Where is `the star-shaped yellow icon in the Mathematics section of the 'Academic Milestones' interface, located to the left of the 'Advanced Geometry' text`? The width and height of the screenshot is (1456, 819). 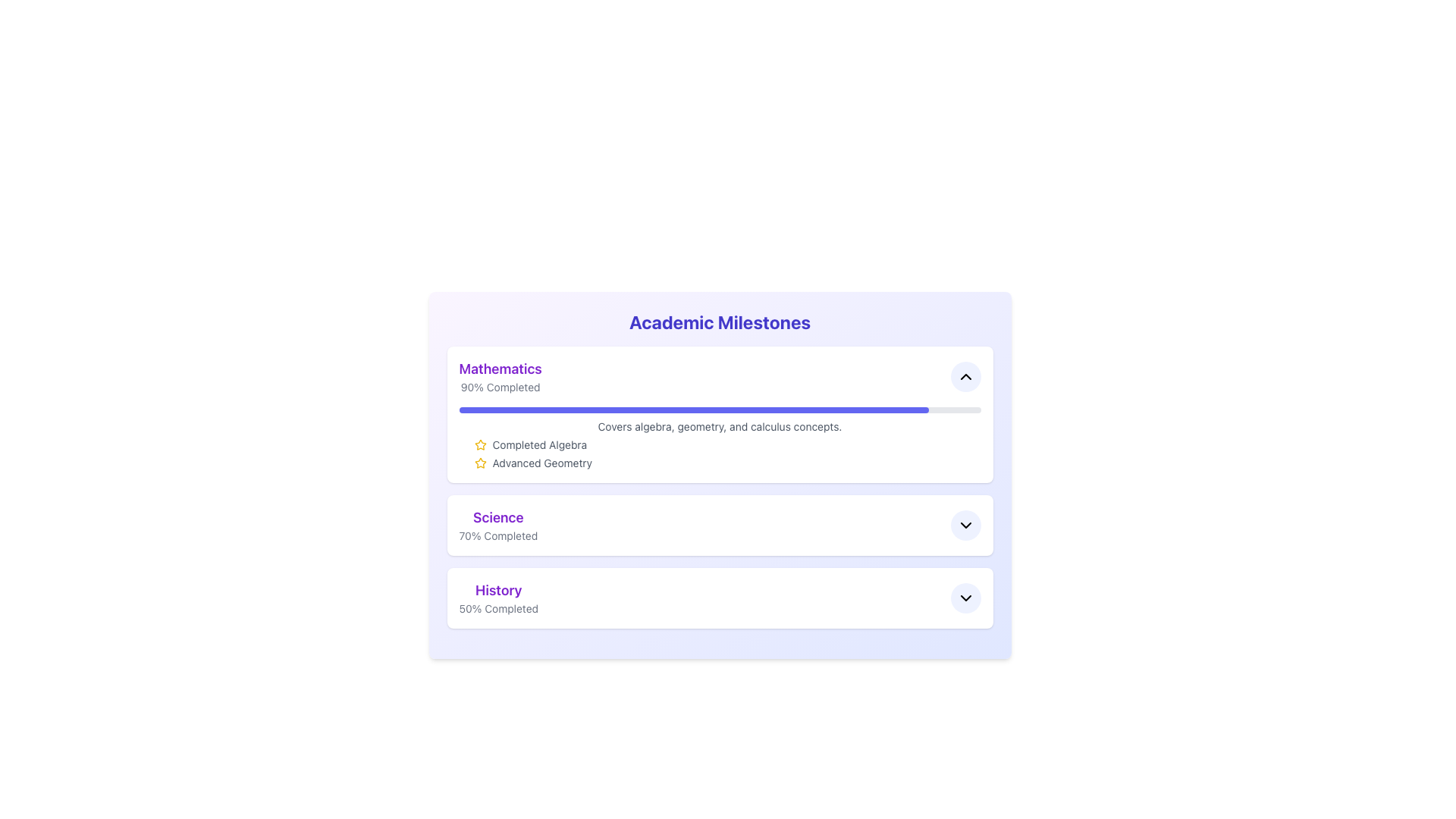 the star-shaped yellow icon in the Mathematics section of the 'Academic Milestones' interface, located to the left of the 'Advanced Geometry' text is located at coordinates (479, 444).